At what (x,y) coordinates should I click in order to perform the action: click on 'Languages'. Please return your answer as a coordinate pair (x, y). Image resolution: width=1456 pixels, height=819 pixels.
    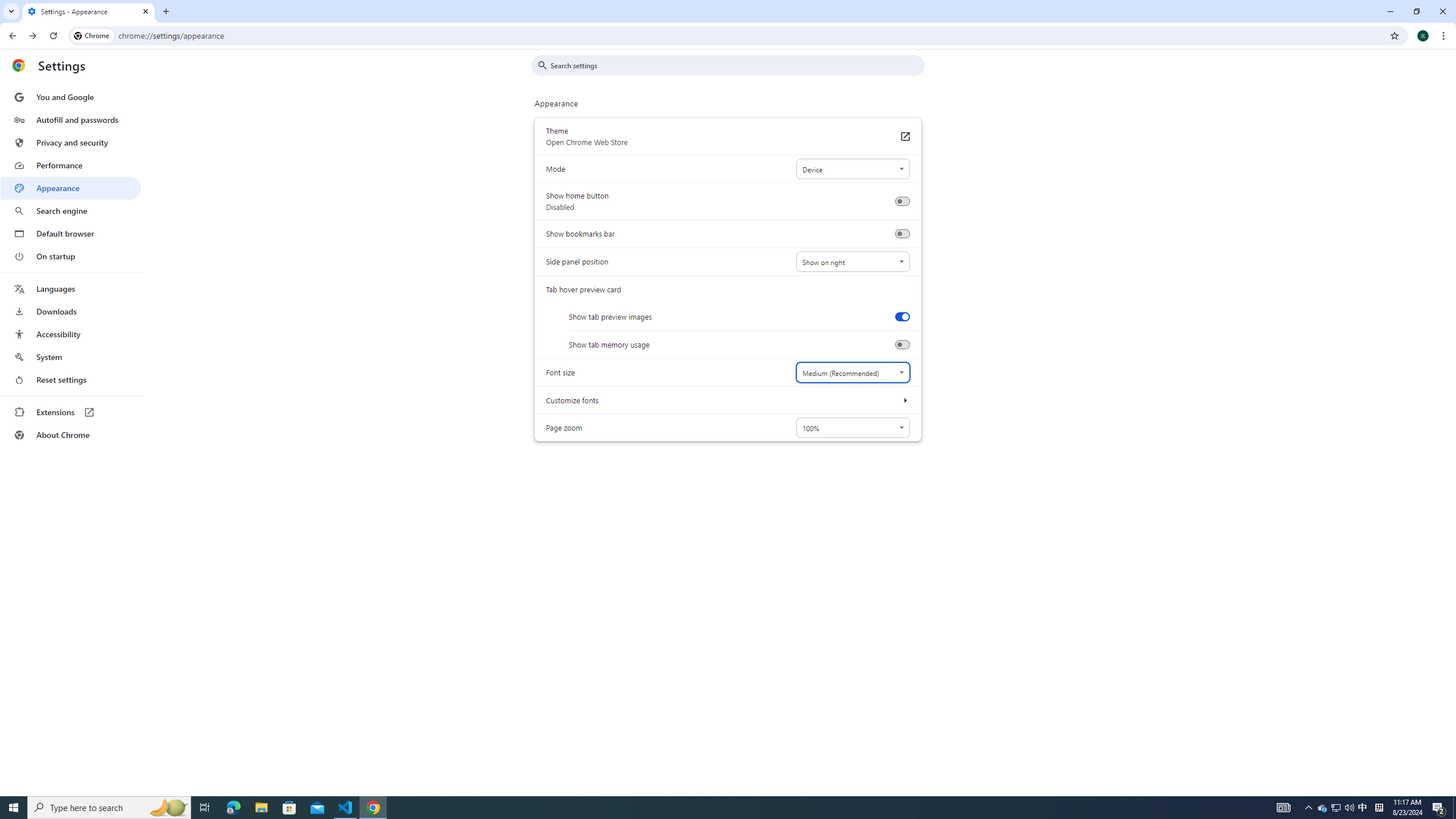
    Looking at the image, I should click on (70, 289).